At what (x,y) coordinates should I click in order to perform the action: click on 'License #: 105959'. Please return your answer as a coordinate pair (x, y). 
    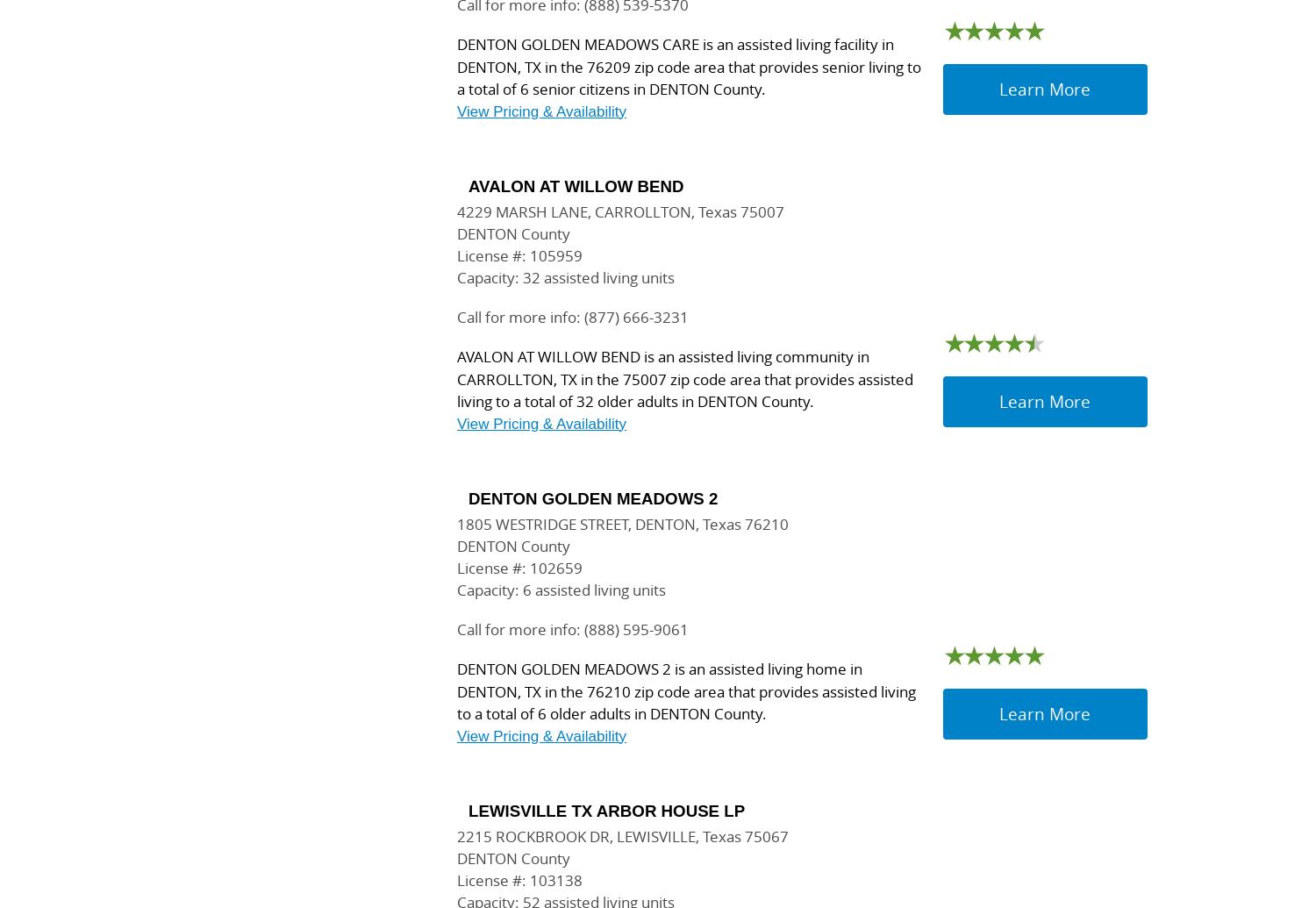
    Looking at the image, I should click on (456, 255).